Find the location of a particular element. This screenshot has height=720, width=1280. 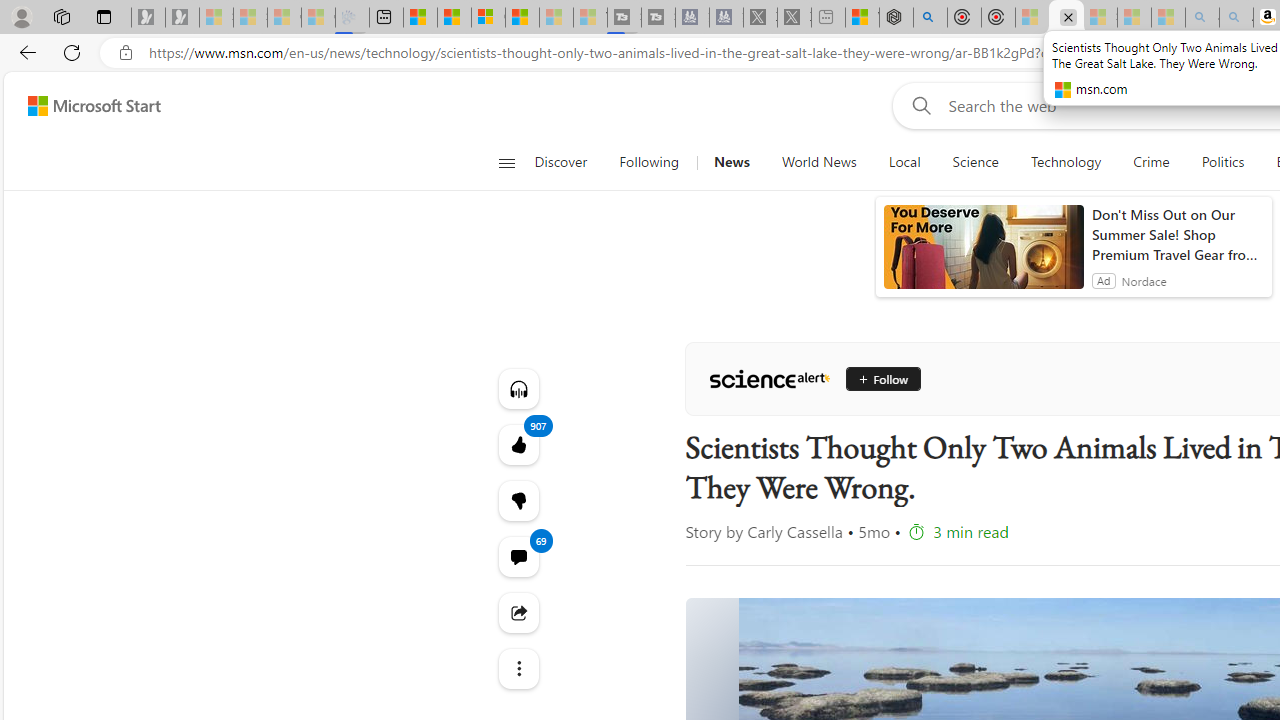

'anim-content' is located at coordinates (983, 254).